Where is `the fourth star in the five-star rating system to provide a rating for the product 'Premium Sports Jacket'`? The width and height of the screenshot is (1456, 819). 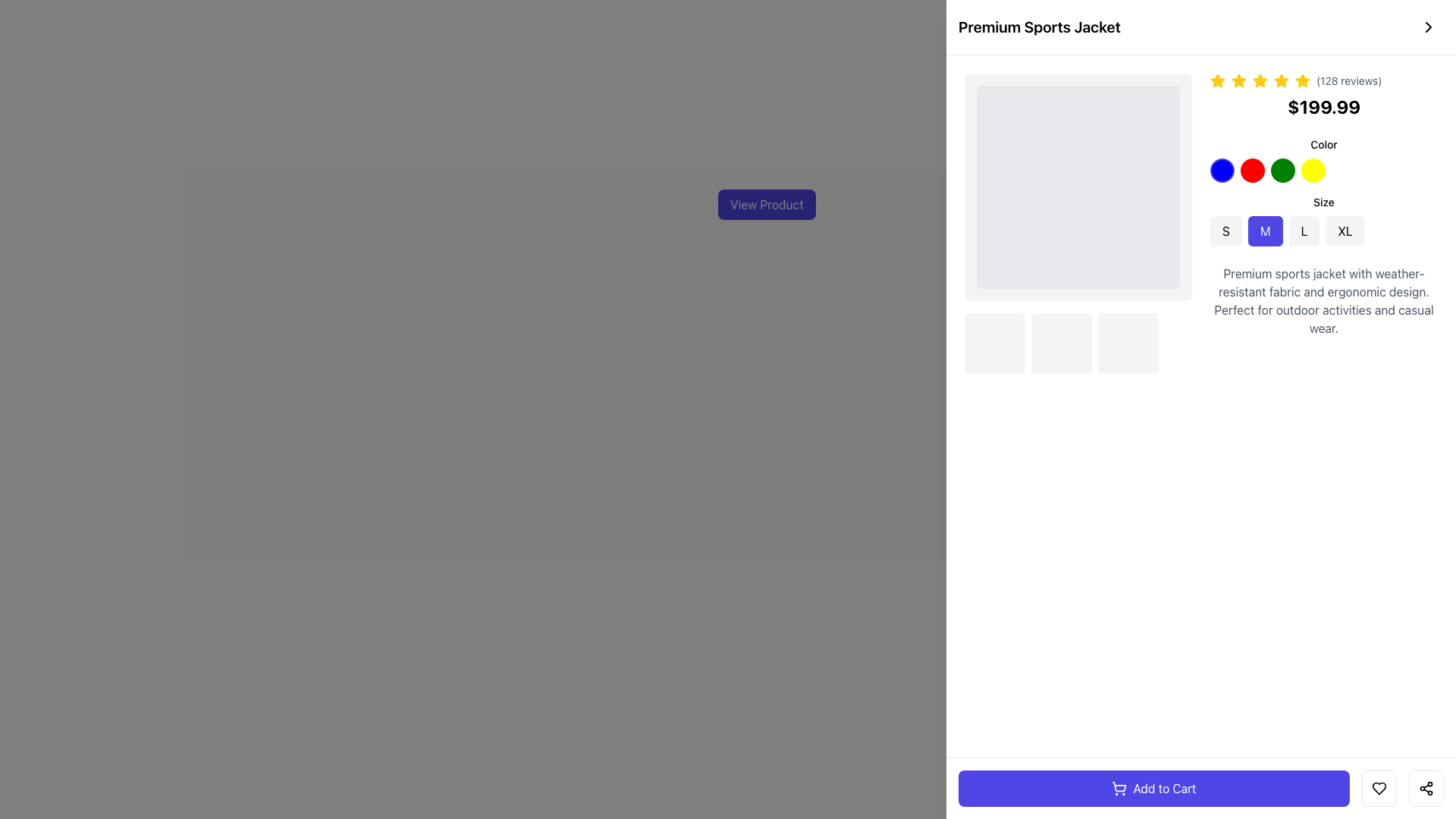
the fourth star in the five-star rating system to provide a rating for the product 'Premium Sports Jacket' is located at coordinates (1260, 81).